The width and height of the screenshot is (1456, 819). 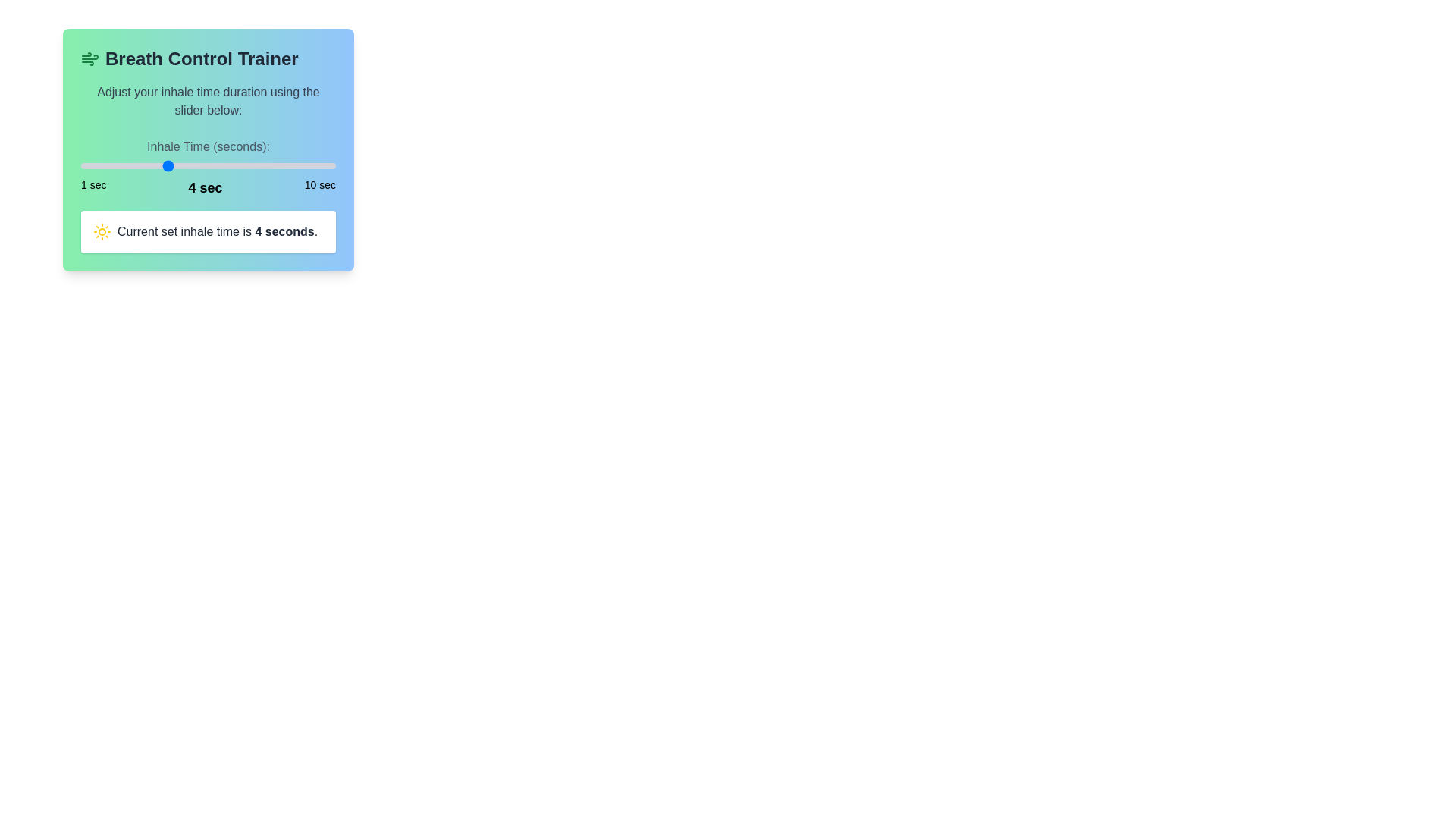 I want to click on the slider to focus on it, so click(x=207, y=166).